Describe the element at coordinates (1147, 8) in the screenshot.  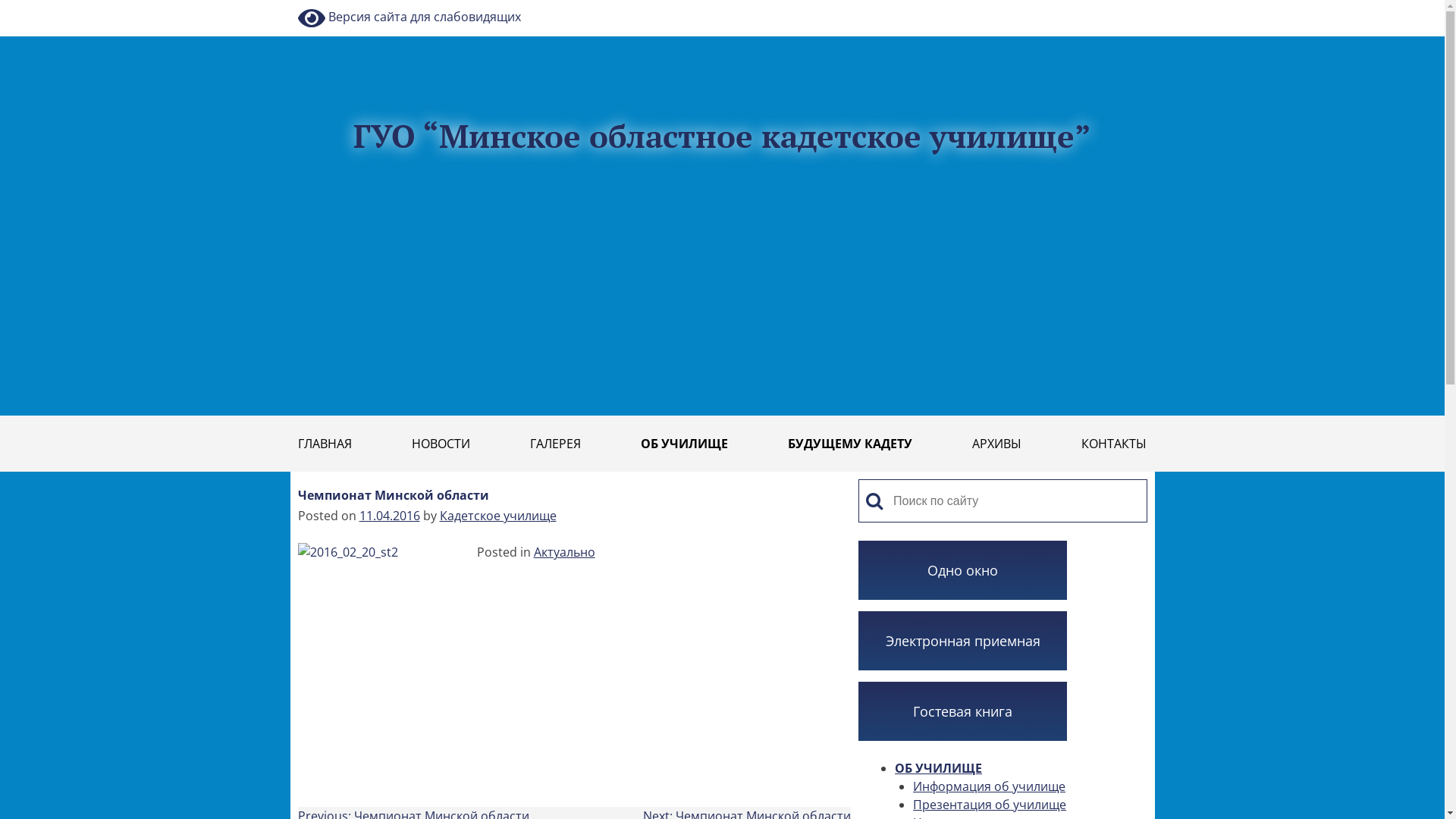
I see `'Russian'` at that location.